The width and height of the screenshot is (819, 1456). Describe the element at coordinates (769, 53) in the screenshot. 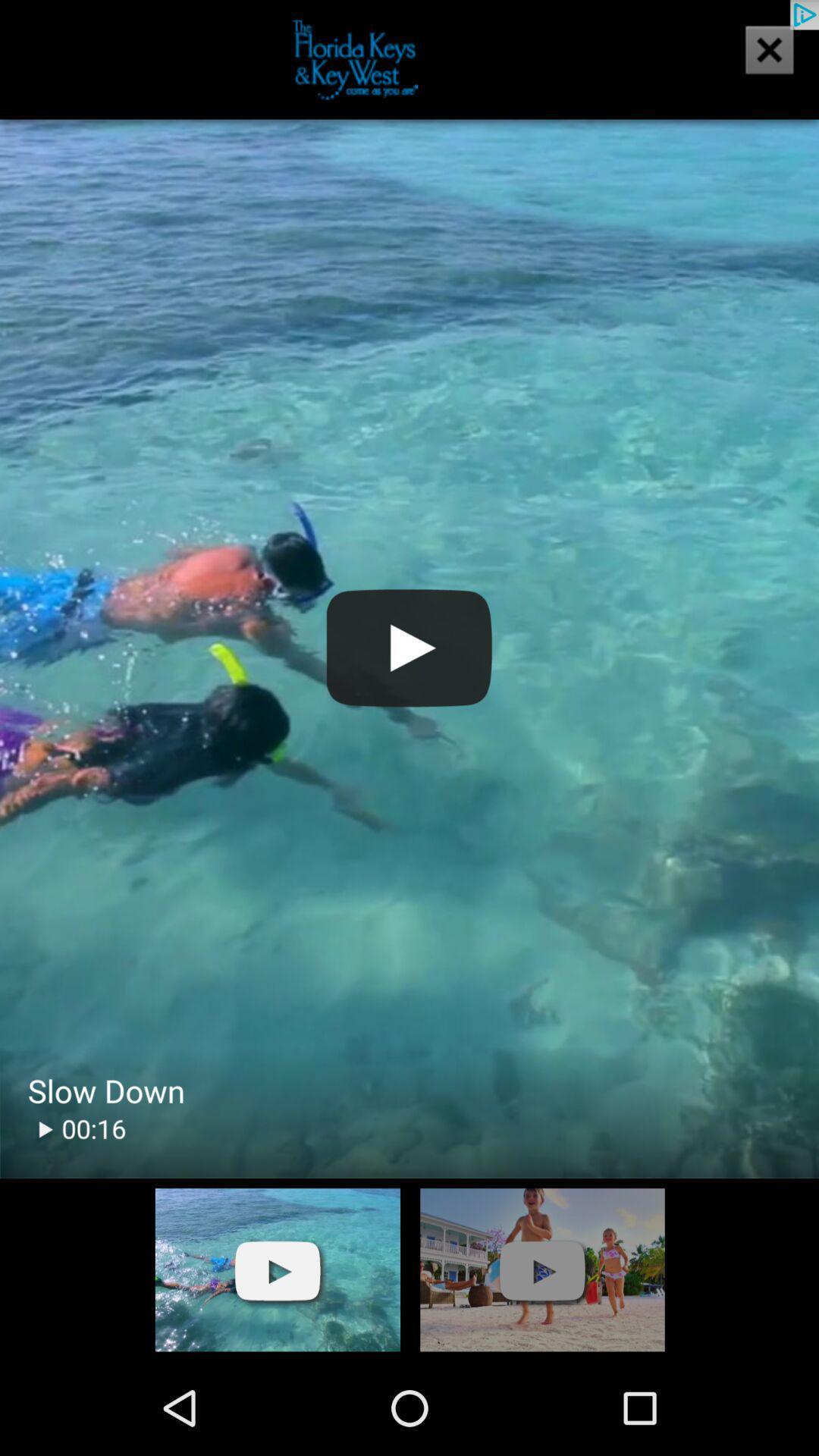

I see `the close icon` at that location.